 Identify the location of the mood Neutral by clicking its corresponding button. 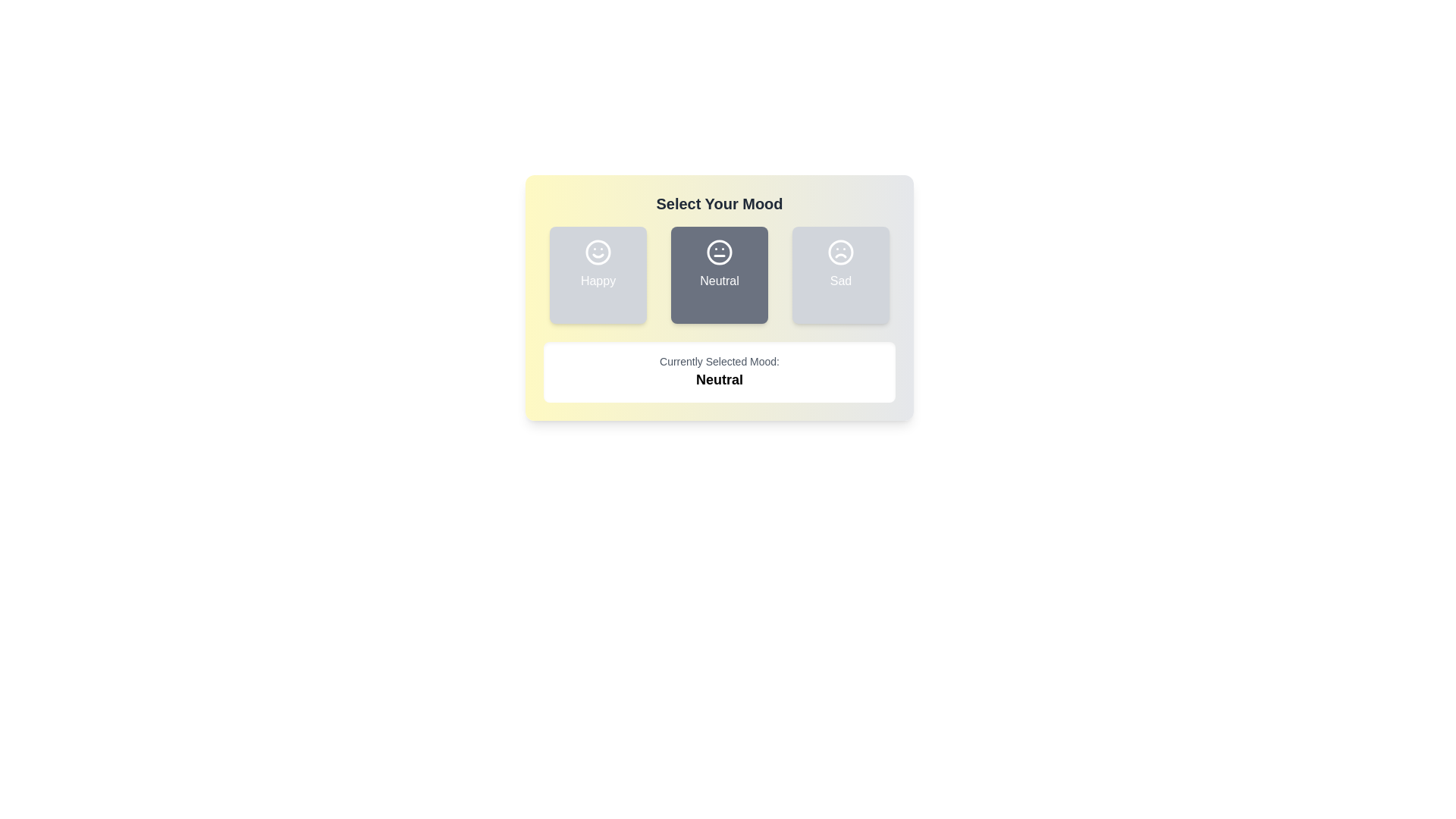
(719, 275).